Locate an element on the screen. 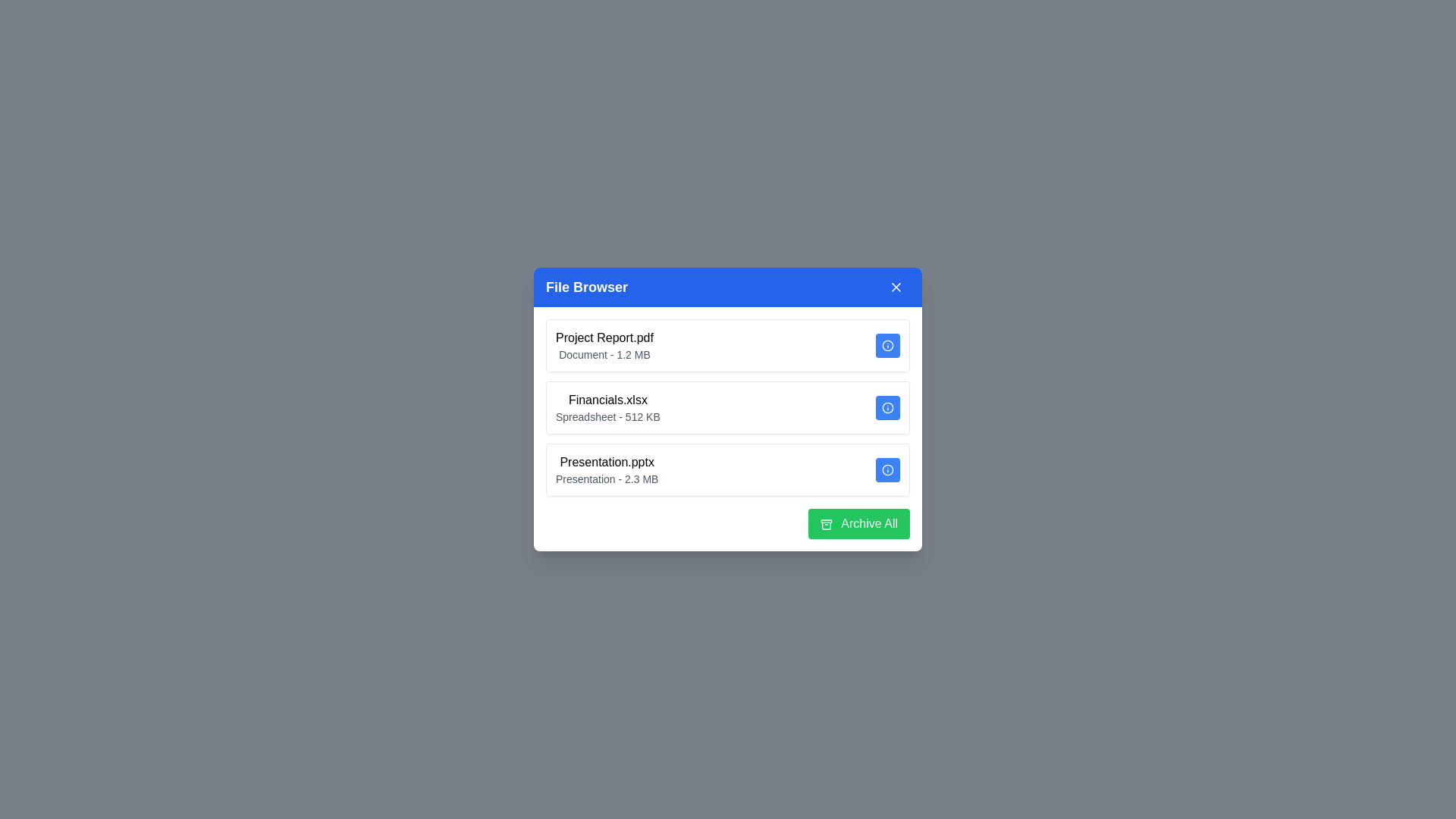 The width and height of the screenshot is (1456, 819). 'info' button for the file named Presentation.pptx is located at coordinates (888, 469).